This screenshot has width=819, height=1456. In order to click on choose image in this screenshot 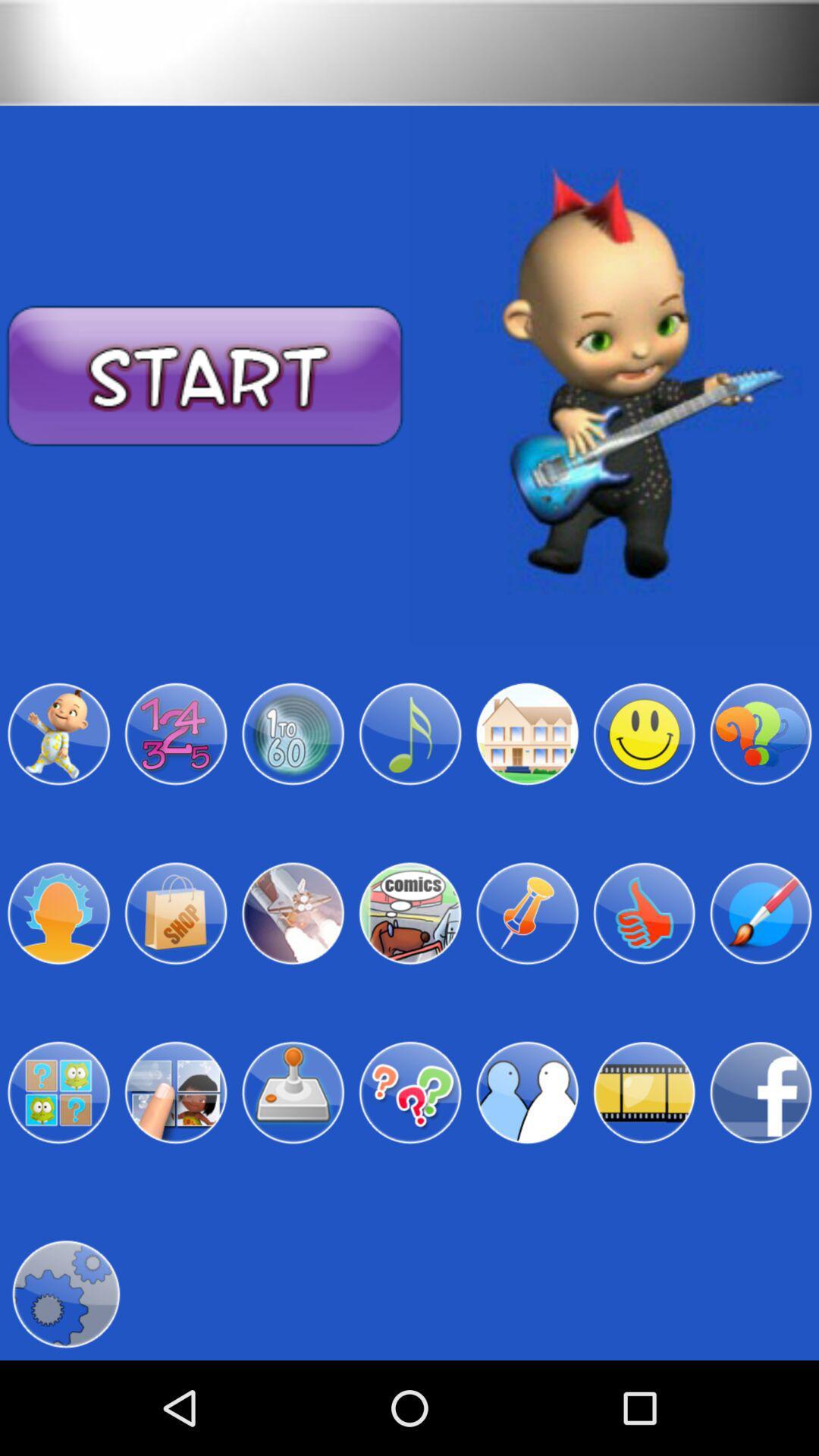, I will do `click(58, 912)`.